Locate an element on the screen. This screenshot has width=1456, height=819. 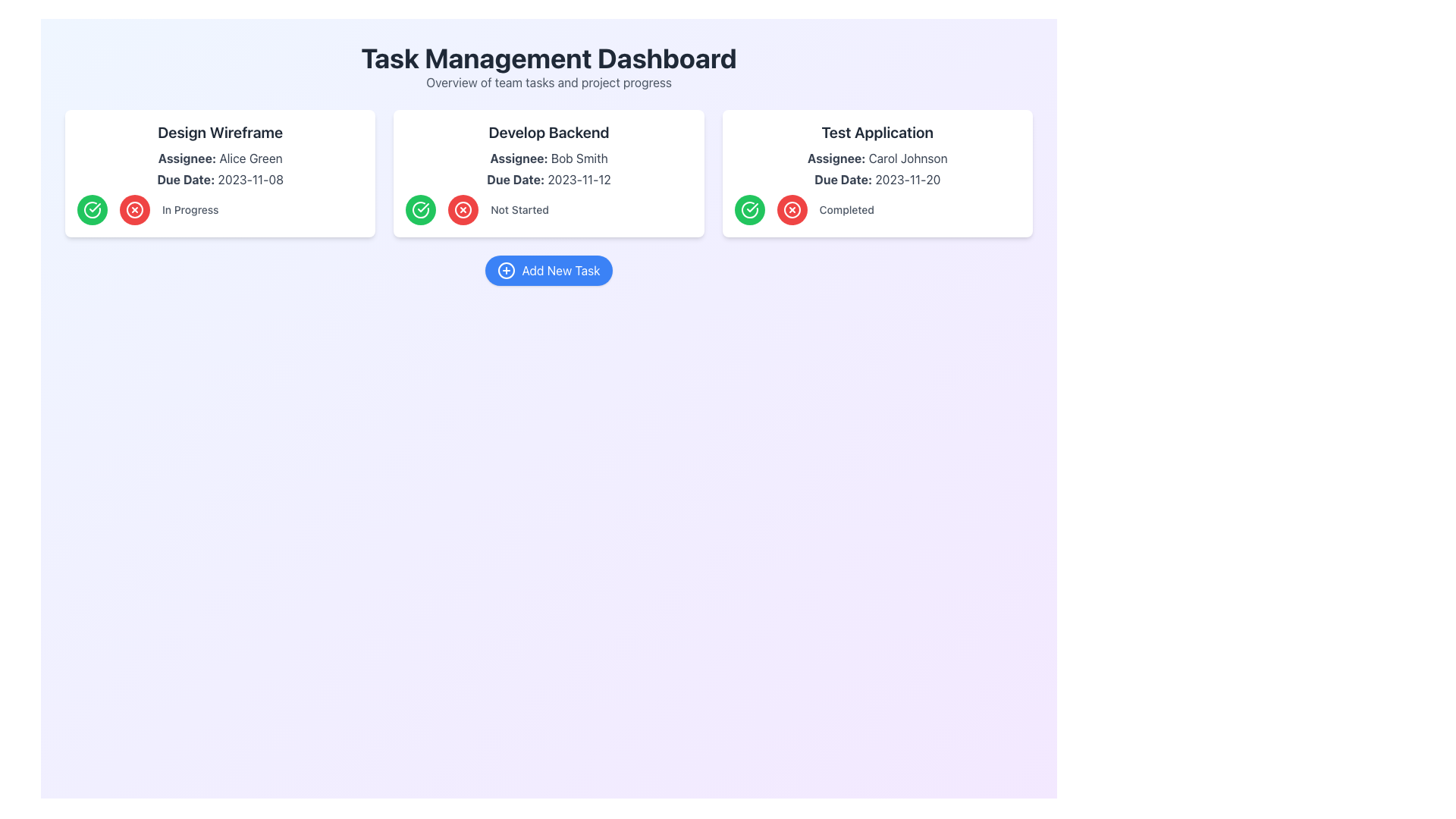
the circular red button with an embedded cross located within the 'Test Application' card, to the left of the 'Completed' text is located at coordinates (791, 210).